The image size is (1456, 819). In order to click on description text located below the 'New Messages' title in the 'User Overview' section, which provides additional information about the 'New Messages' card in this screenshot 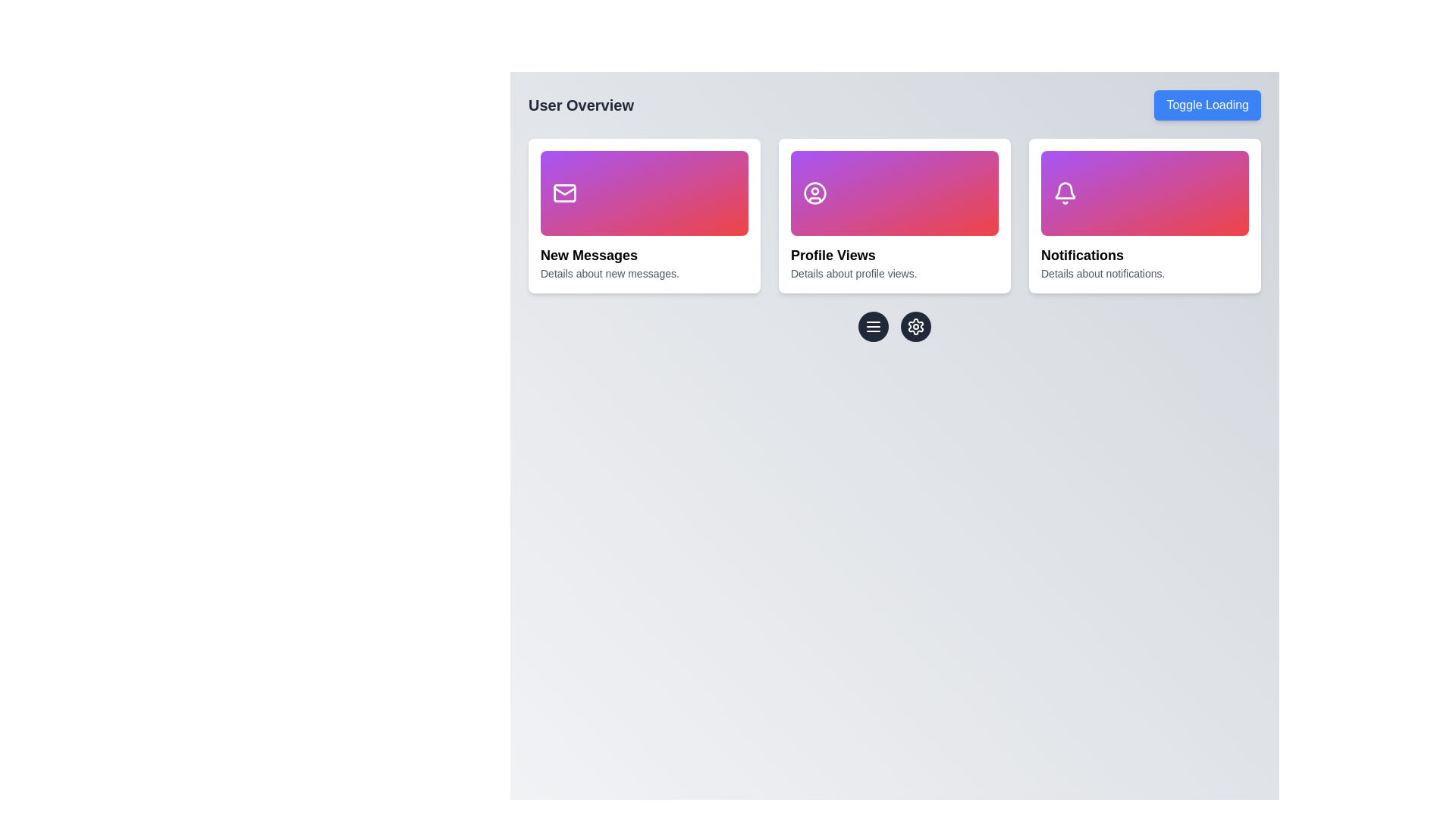, I will do `click(610, 274)`.